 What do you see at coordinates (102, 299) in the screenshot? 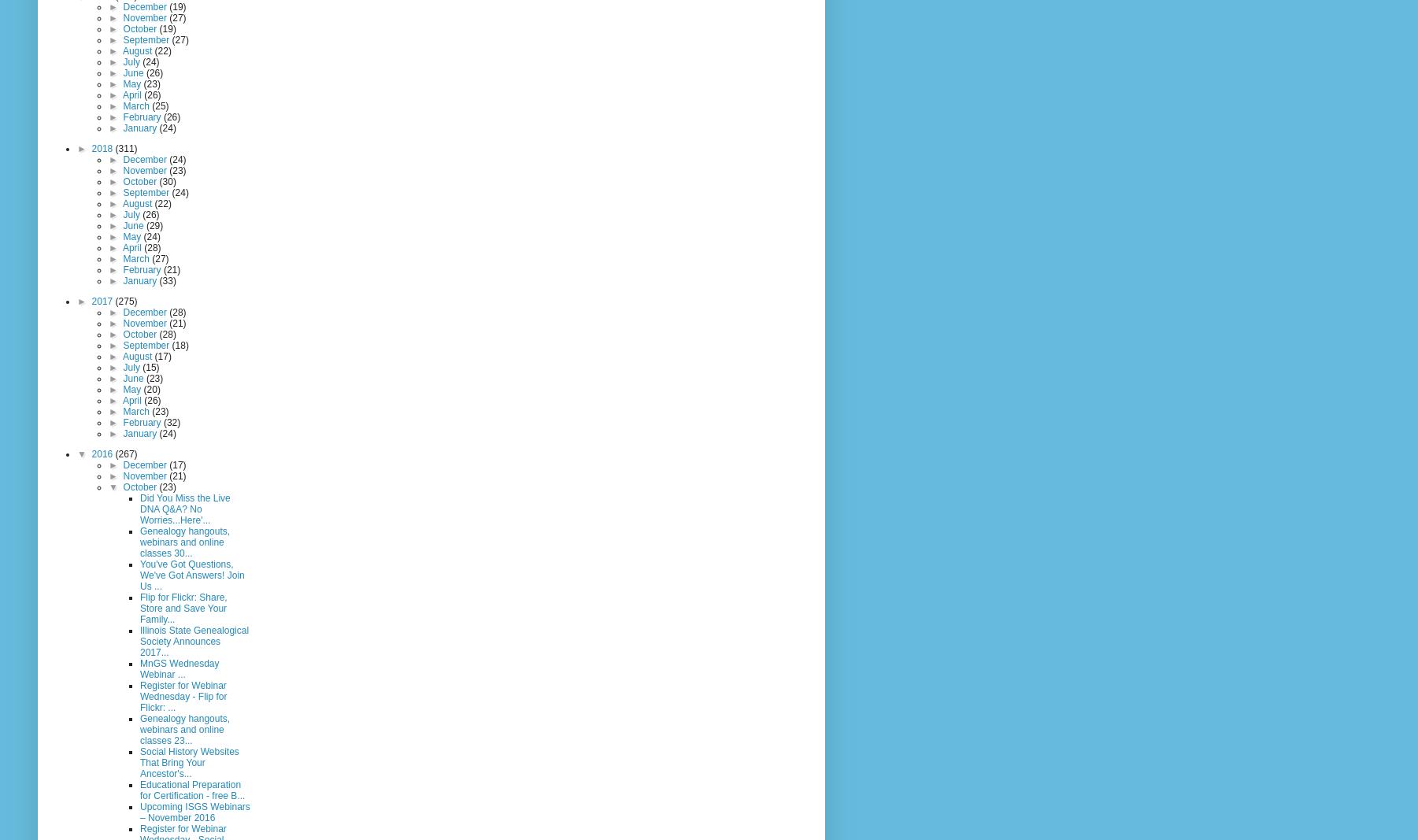
I see `'2017'` at bounding box center [102, 299].